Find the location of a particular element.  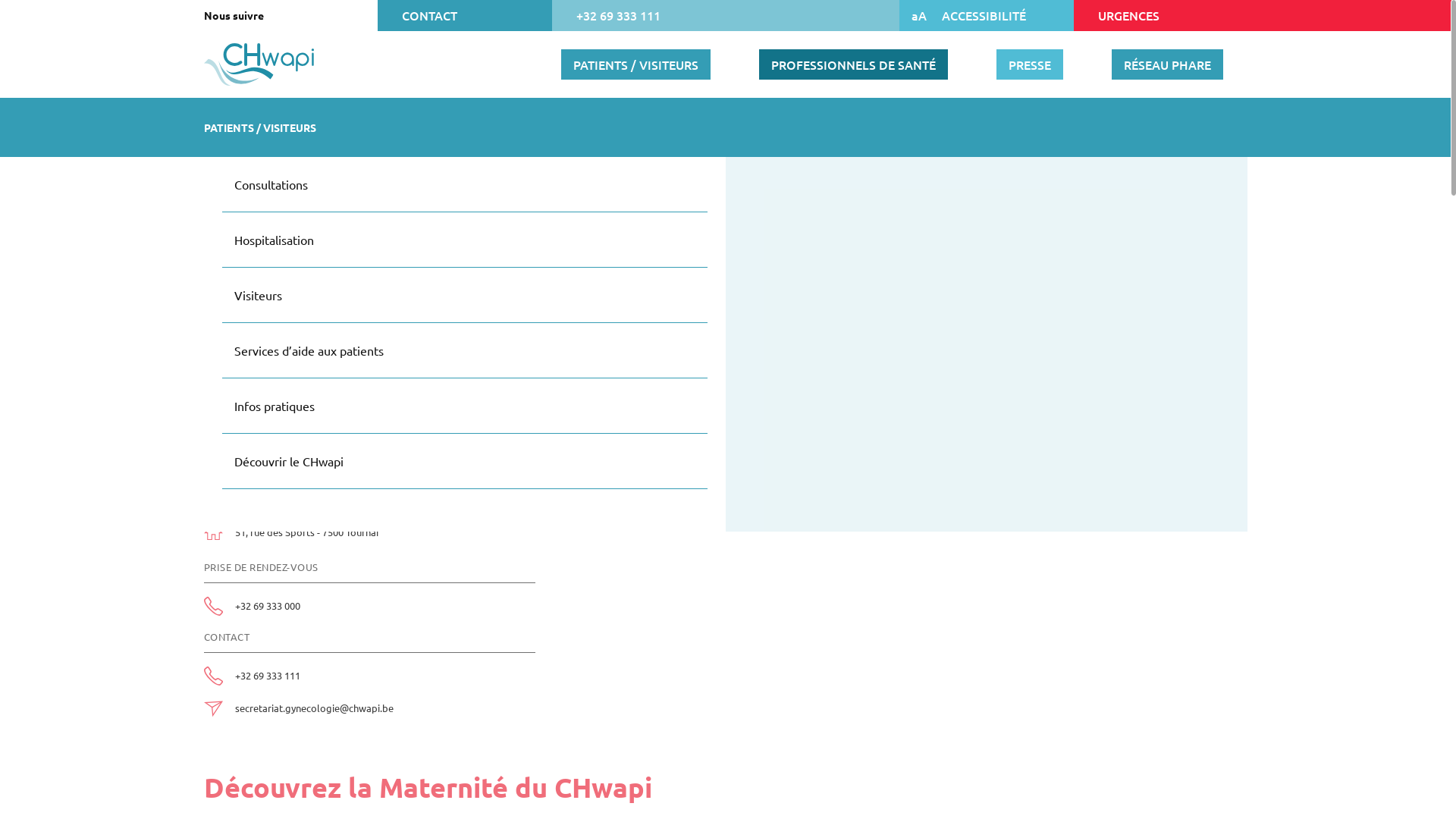

'PATIENTS / VISITEURS' is located at coordinates (635, 63).